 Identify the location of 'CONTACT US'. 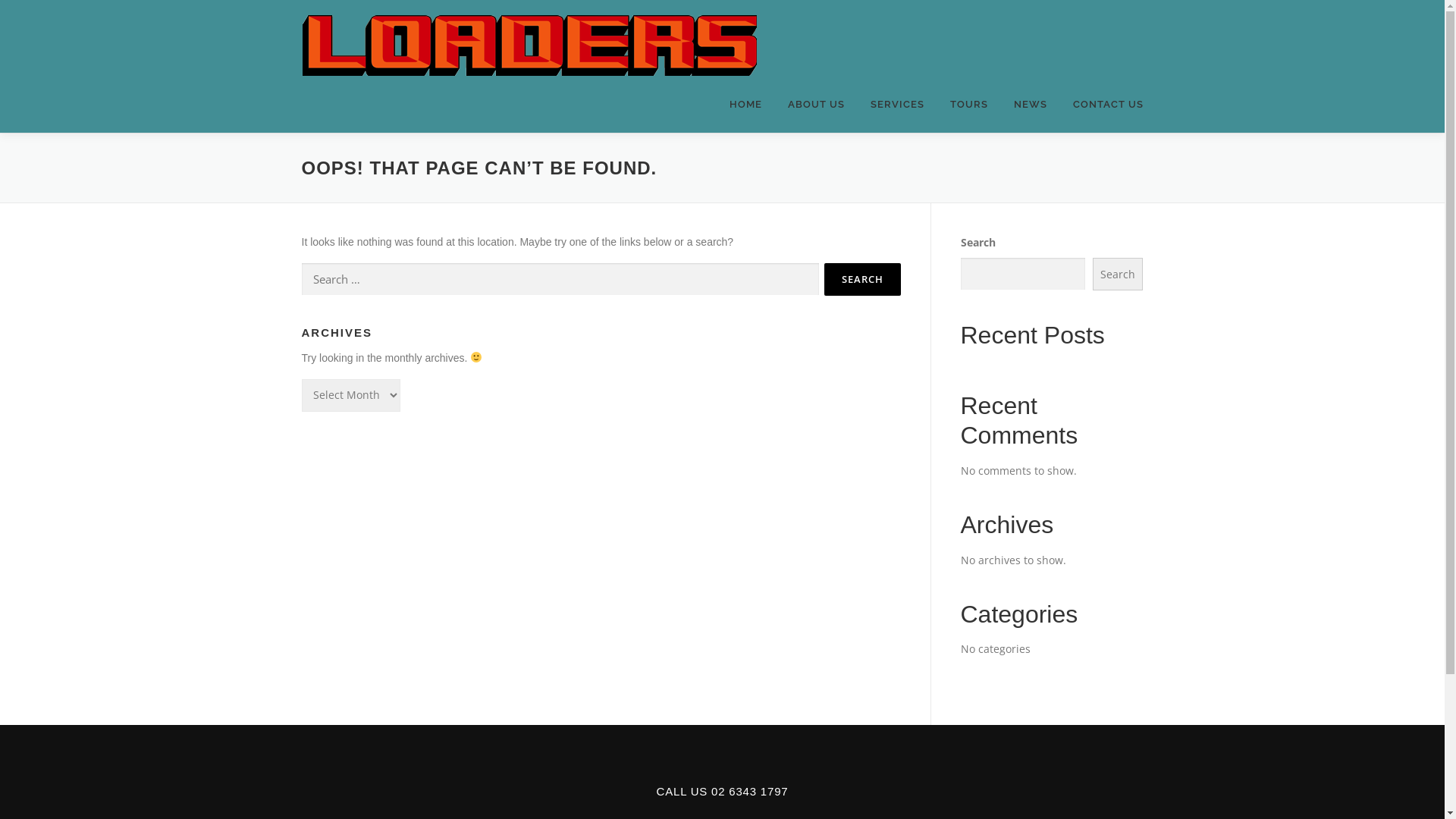
(1102, 103).